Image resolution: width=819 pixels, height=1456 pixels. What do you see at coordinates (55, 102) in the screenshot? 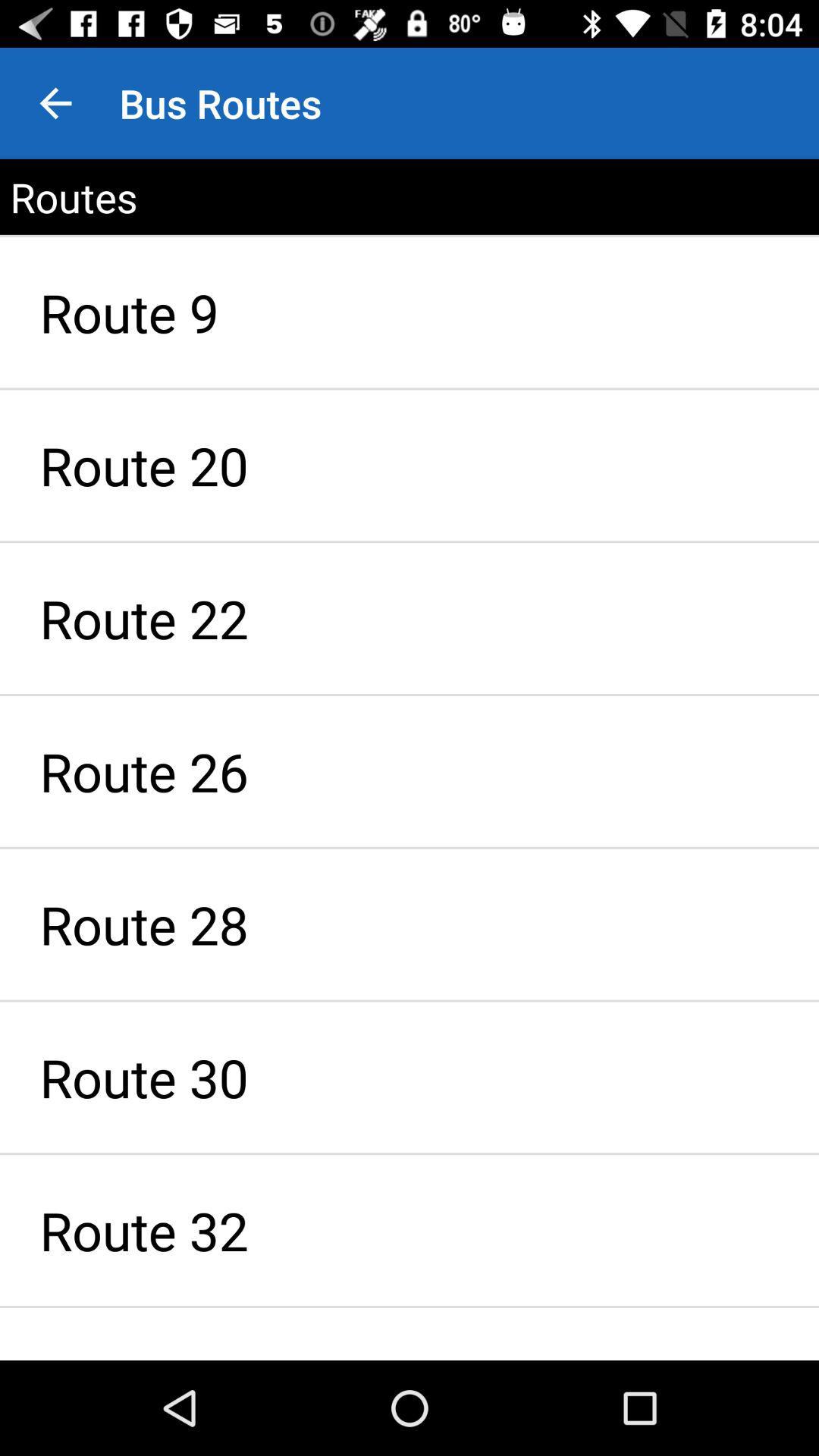
I see `item above the routes item` at bounding box center [55, 102].